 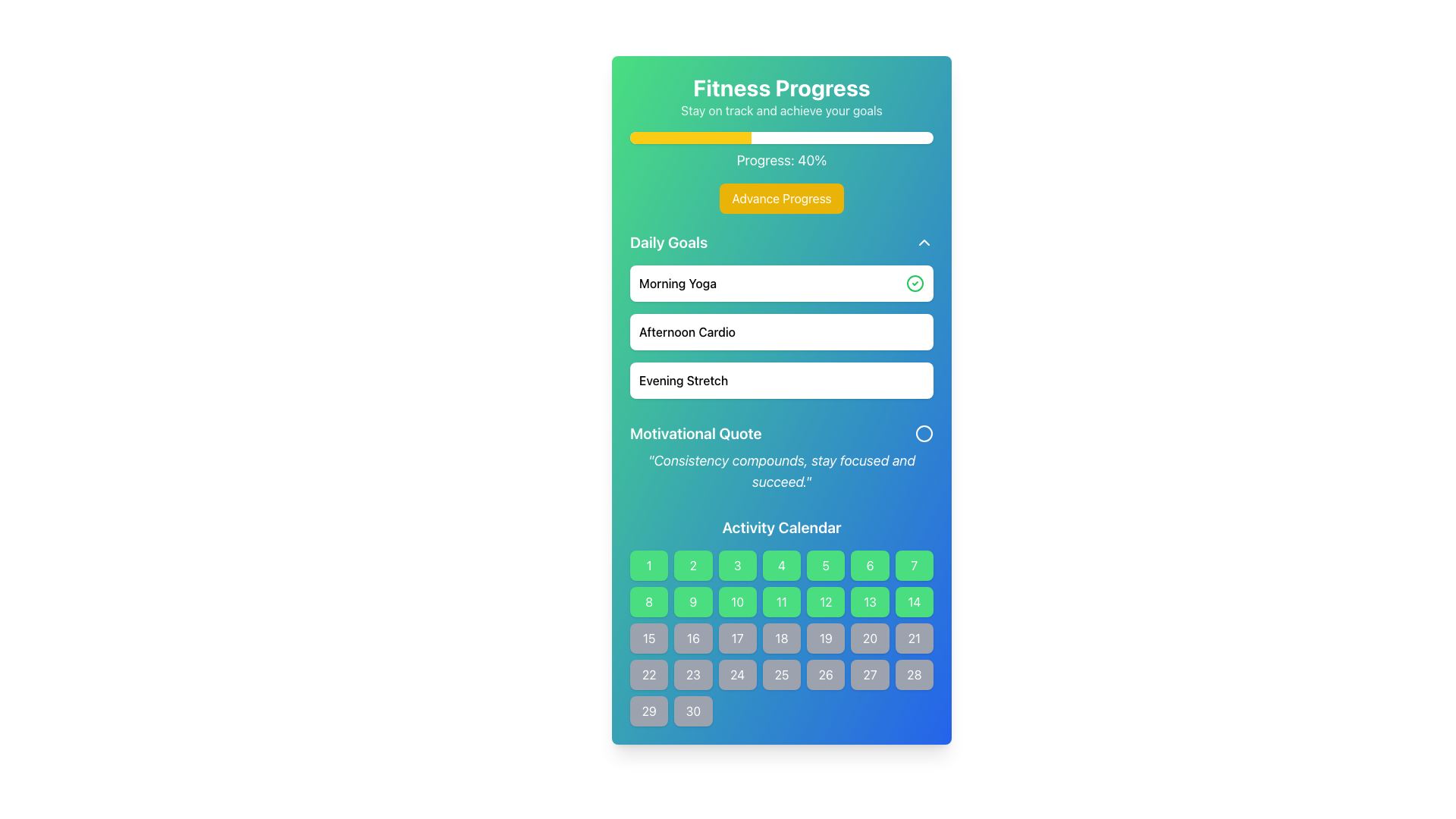 I want to click on the Progress Indicator located at the top of the interface, which visually indicates the completion percentage and occupies the leftmost 40% of the progress bar's width, so click(x=690, y=137).